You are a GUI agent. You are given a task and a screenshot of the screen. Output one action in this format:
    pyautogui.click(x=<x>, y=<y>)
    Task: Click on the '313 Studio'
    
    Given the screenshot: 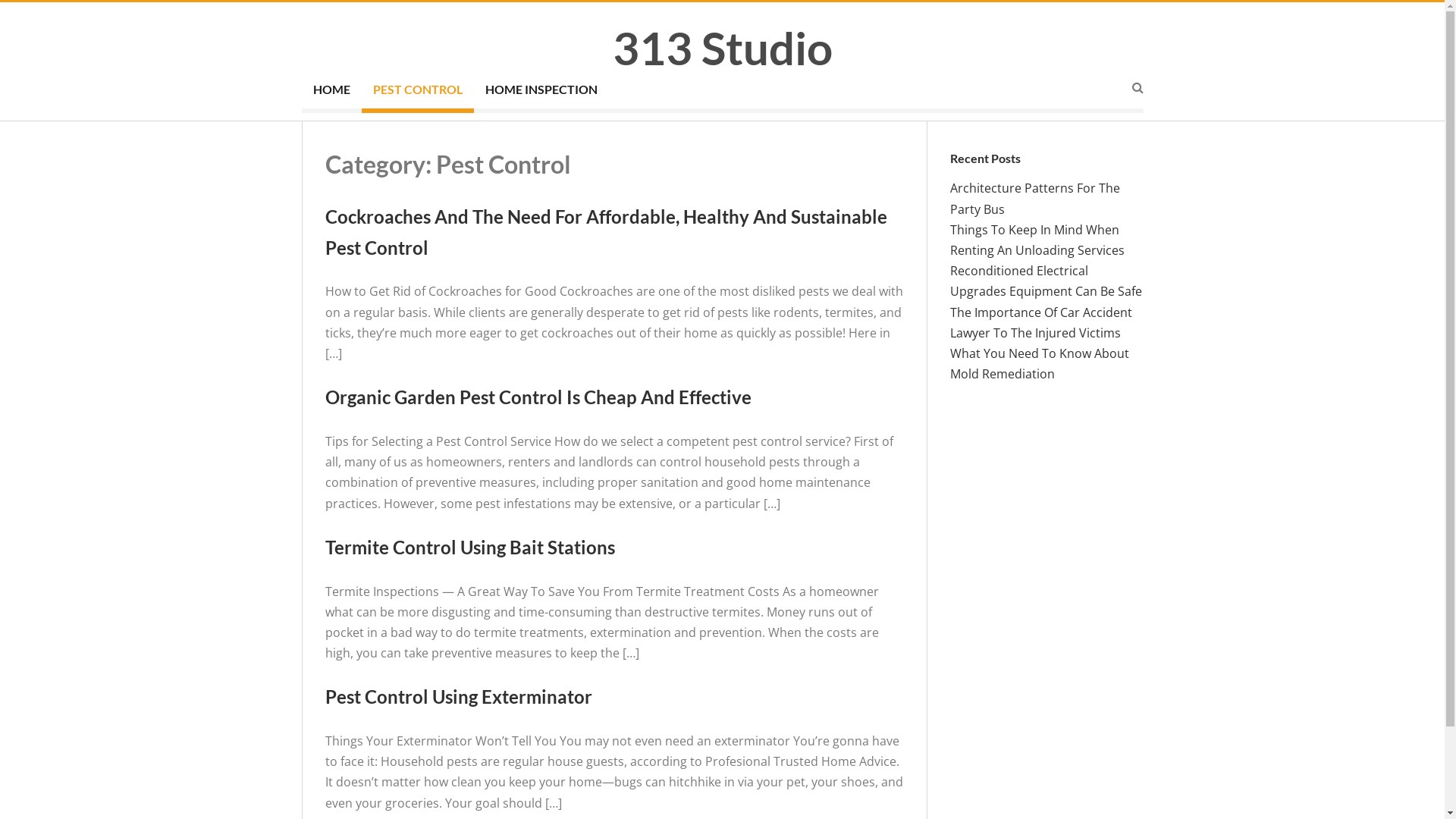 What is the action you would take?
    pyautogui.click(x=722, y=46)
    